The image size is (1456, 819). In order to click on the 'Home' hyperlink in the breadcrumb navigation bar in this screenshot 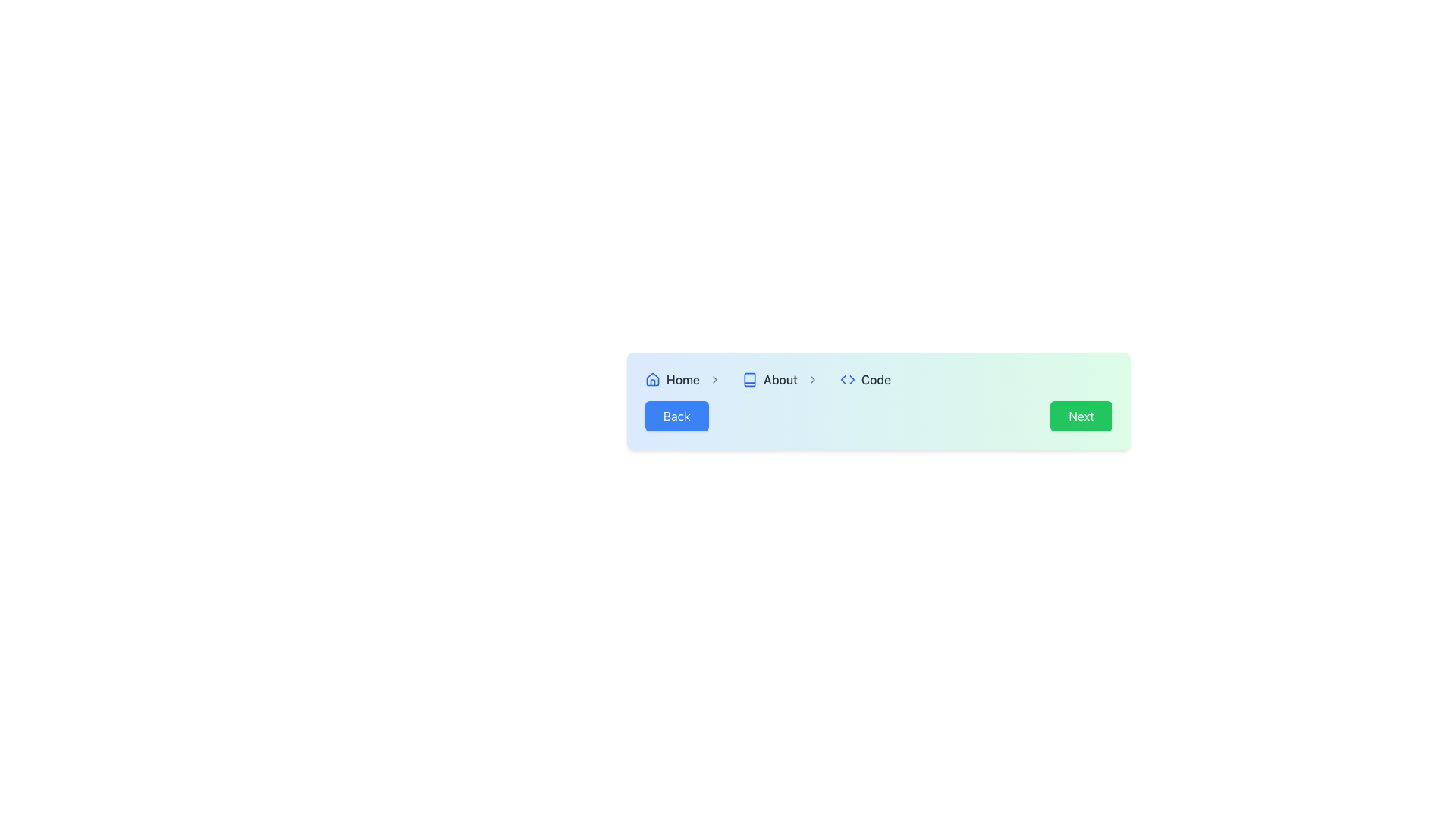, I will do `click(682, 379)`.